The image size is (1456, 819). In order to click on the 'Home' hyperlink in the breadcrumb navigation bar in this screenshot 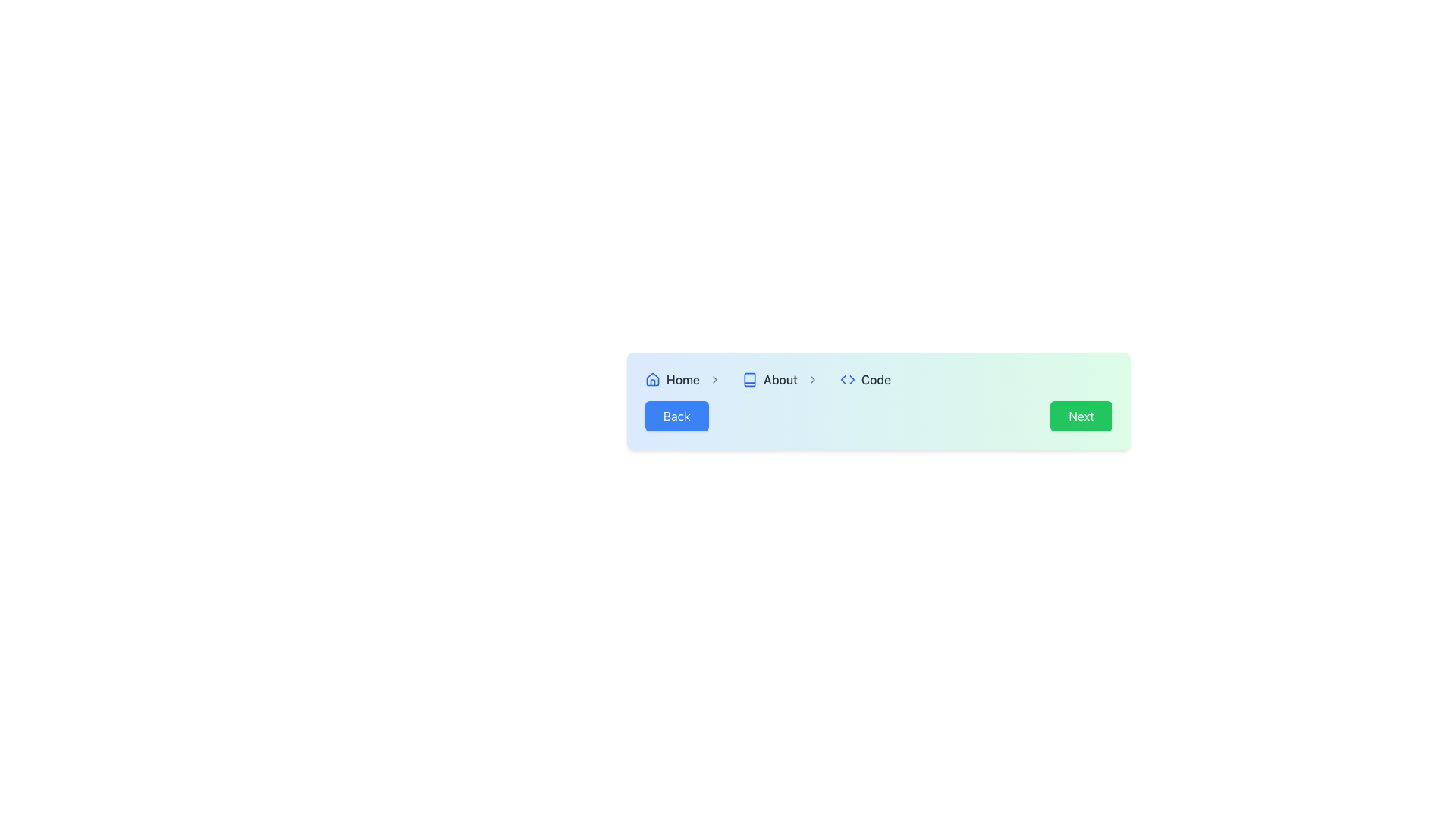, I will do `click(682, 379)`.